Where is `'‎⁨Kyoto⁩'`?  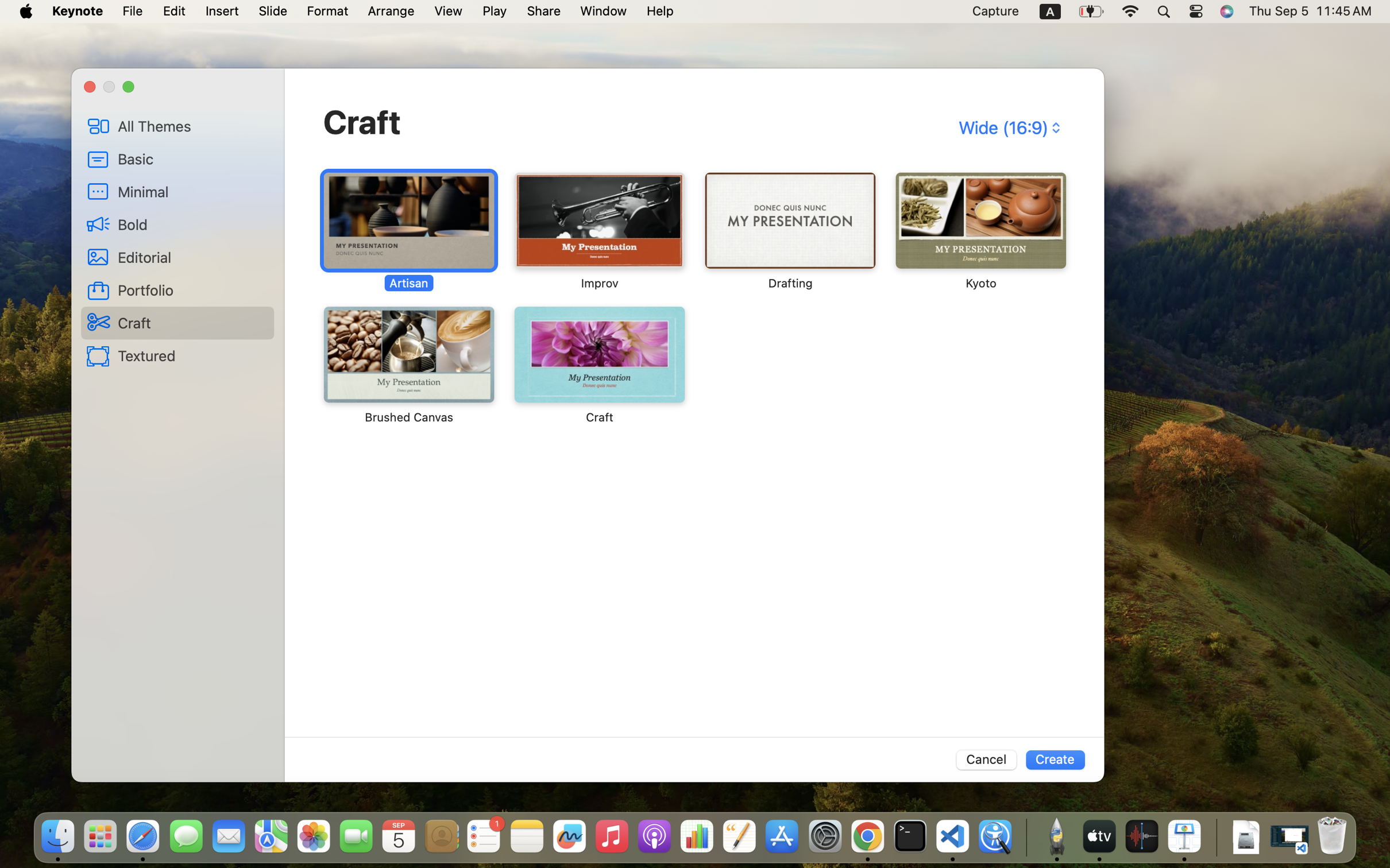
'‎⁨Kyoto⁩' is located at coordinates (979, 231).